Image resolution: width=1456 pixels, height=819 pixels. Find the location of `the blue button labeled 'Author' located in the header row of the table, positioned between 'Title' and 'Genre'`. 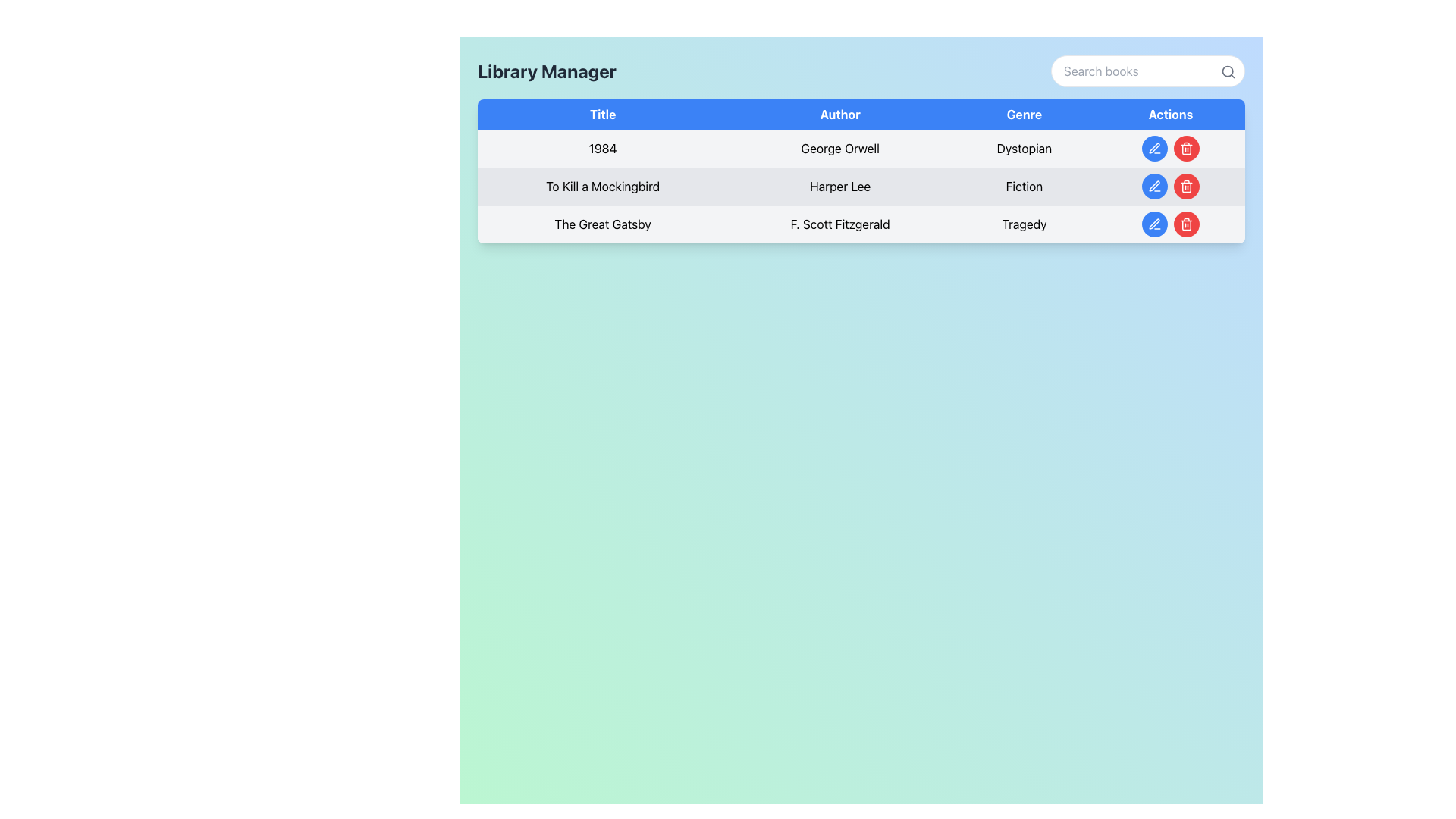

the blue button labeled 'Author' located in the header row of the table, positioned between 'Title' and 'Genre' is located at coordinates (839, 113).